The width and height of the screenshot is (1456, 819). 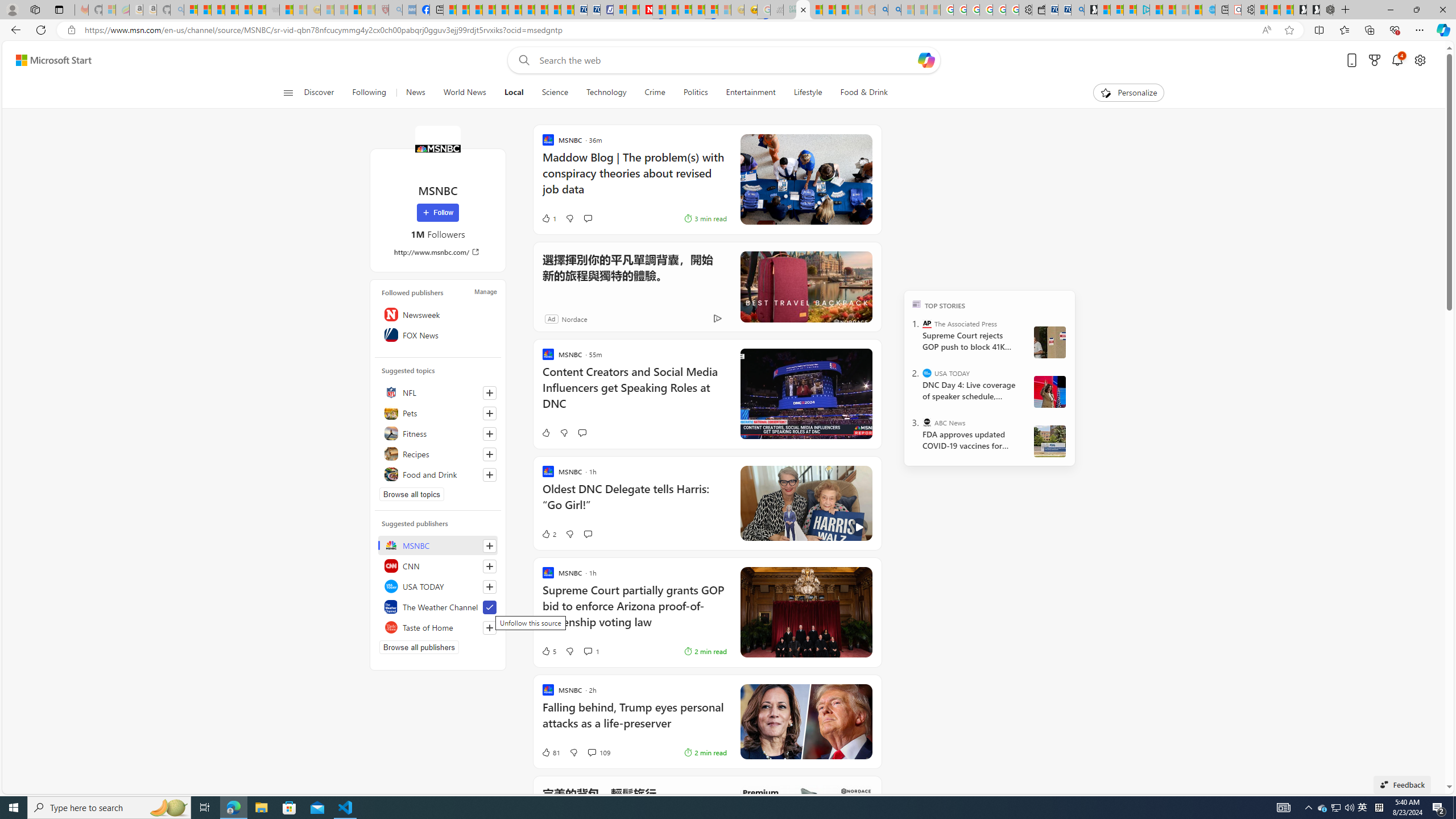 What do you see at coordinates (438, 313) in the screenshot?
I see `'Newsweek'` at bounding box center [438, 313].